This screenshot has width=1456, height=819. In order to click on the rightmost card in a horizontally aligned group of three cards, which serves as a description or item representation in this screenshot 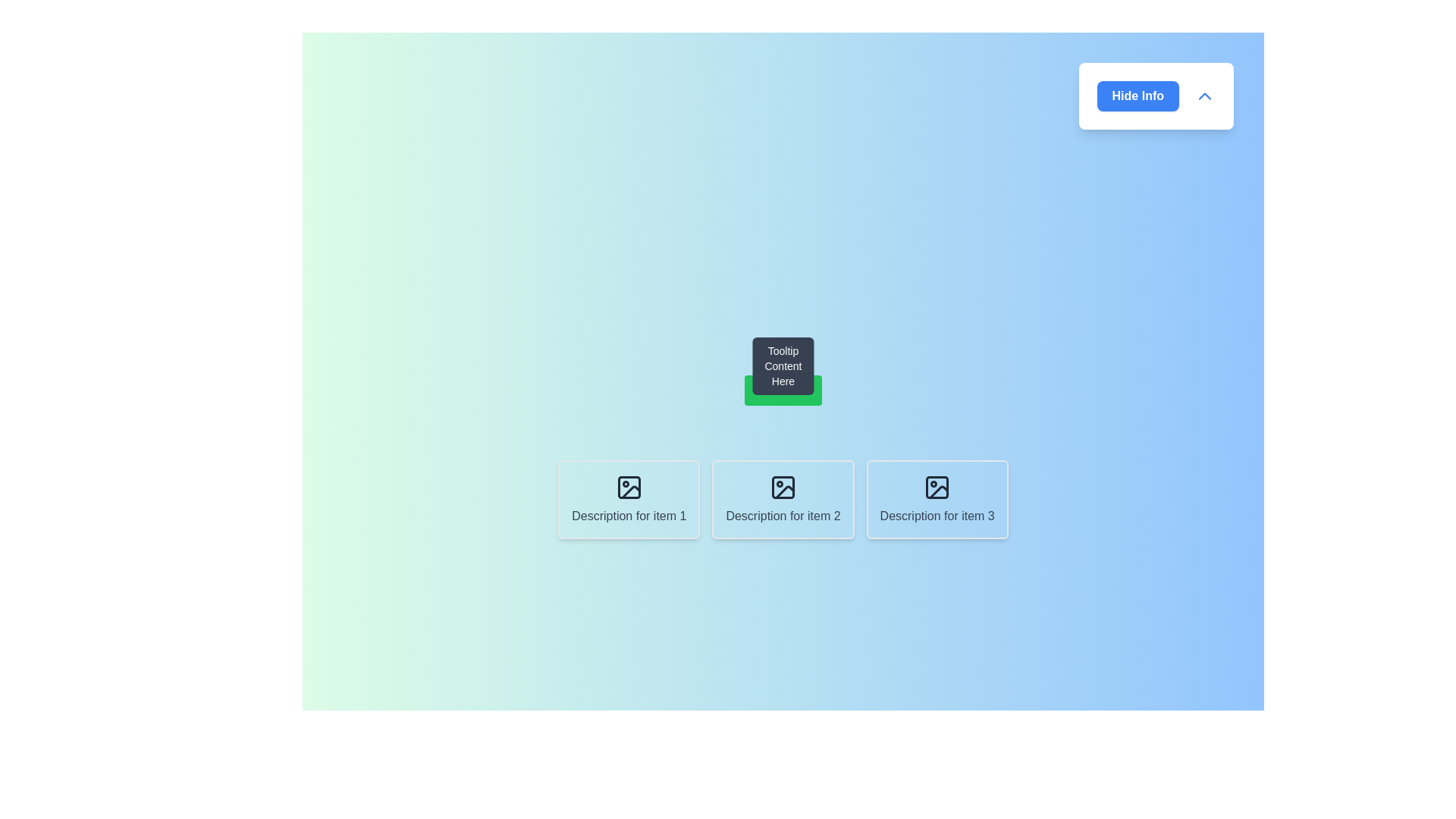, I will do `click(937, 500)`.